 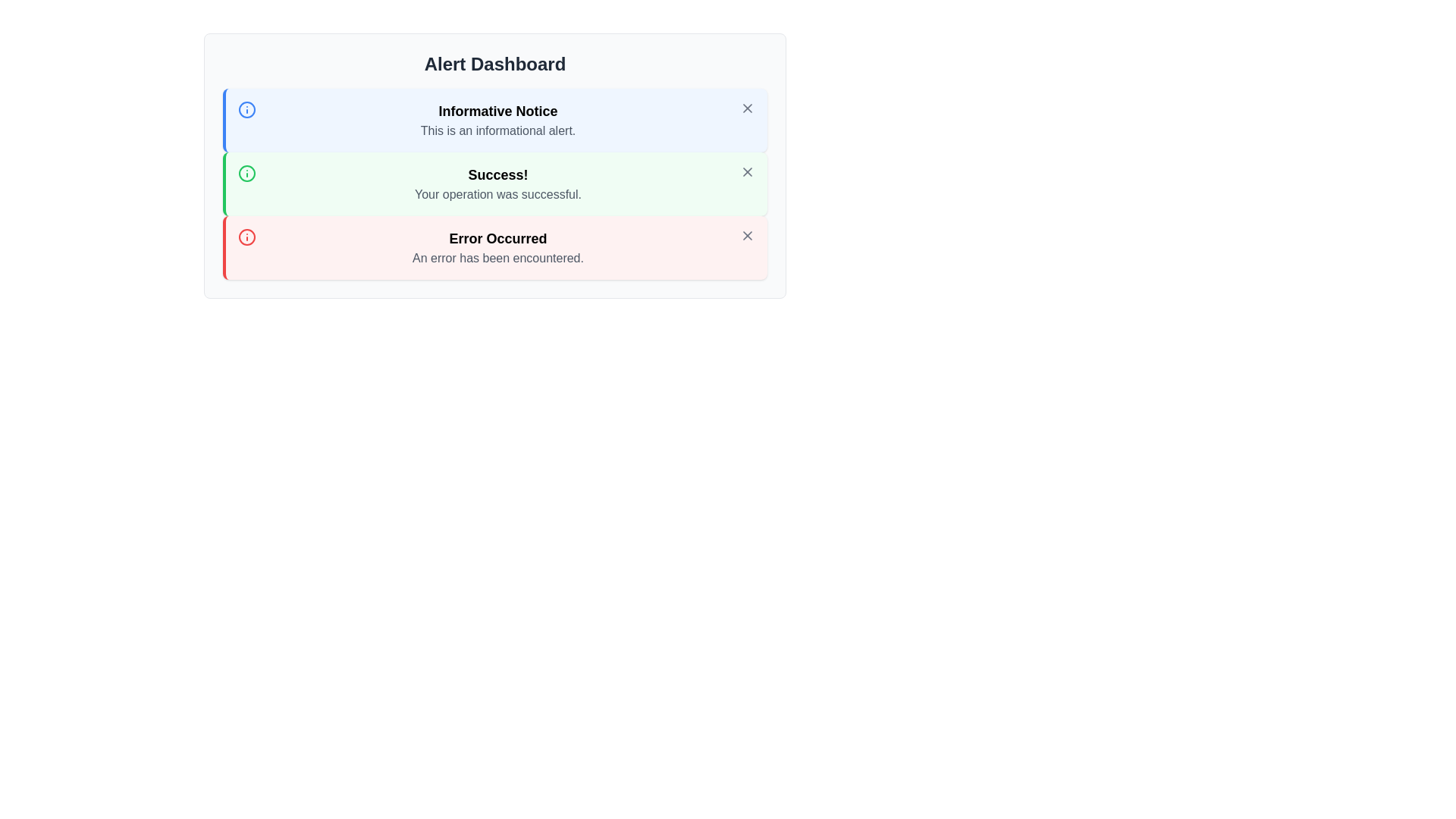 What do you see at coordinates (247, 109) in the screenshot?
I see `the Circular icon with a blue outline, which is part of the 'Informative Notice' section on the alert dashboard, to gather information` at bounding box center [247, 109].